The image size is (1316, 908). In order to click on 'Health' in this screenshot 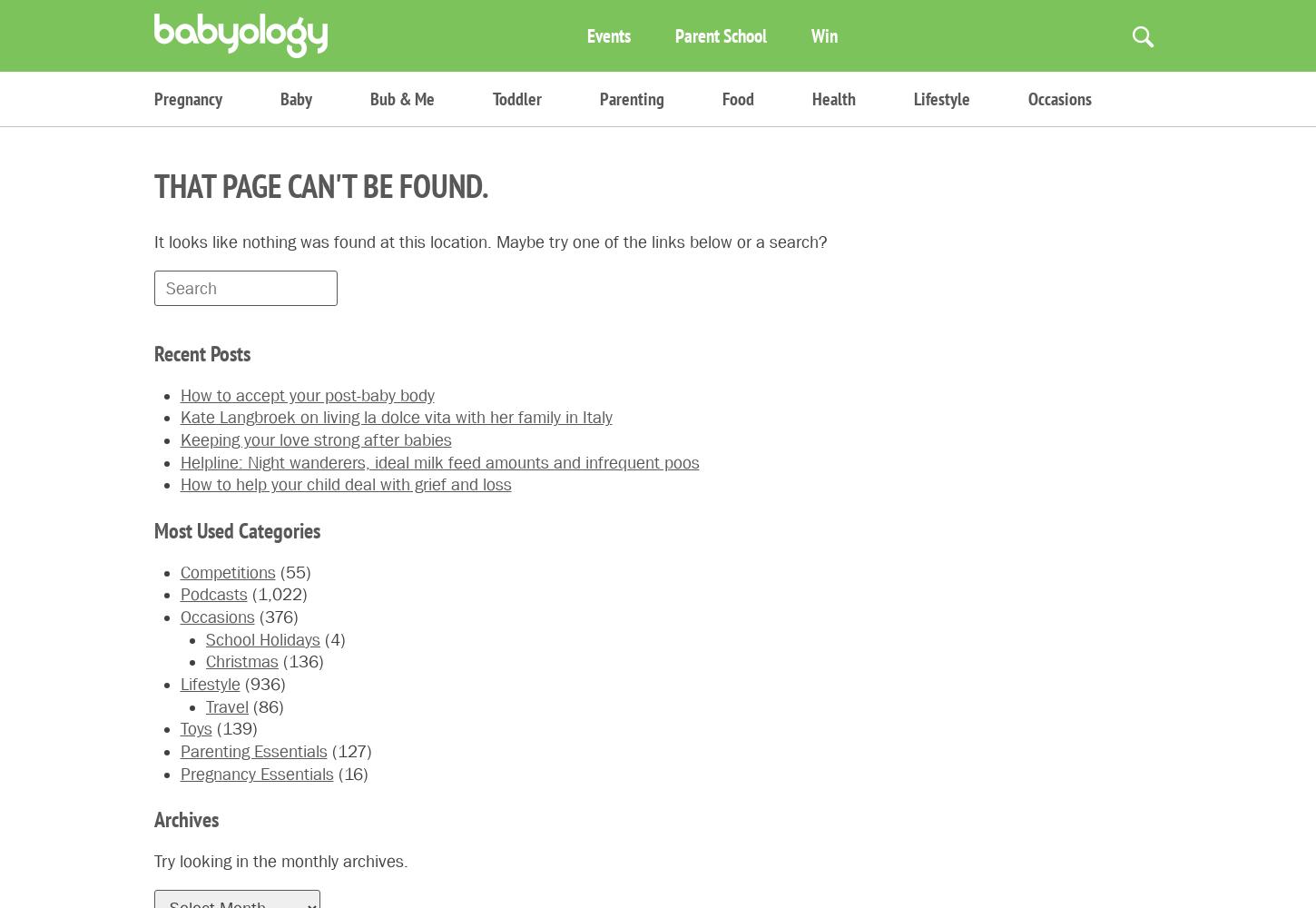, I will do `click(833, 98)`.